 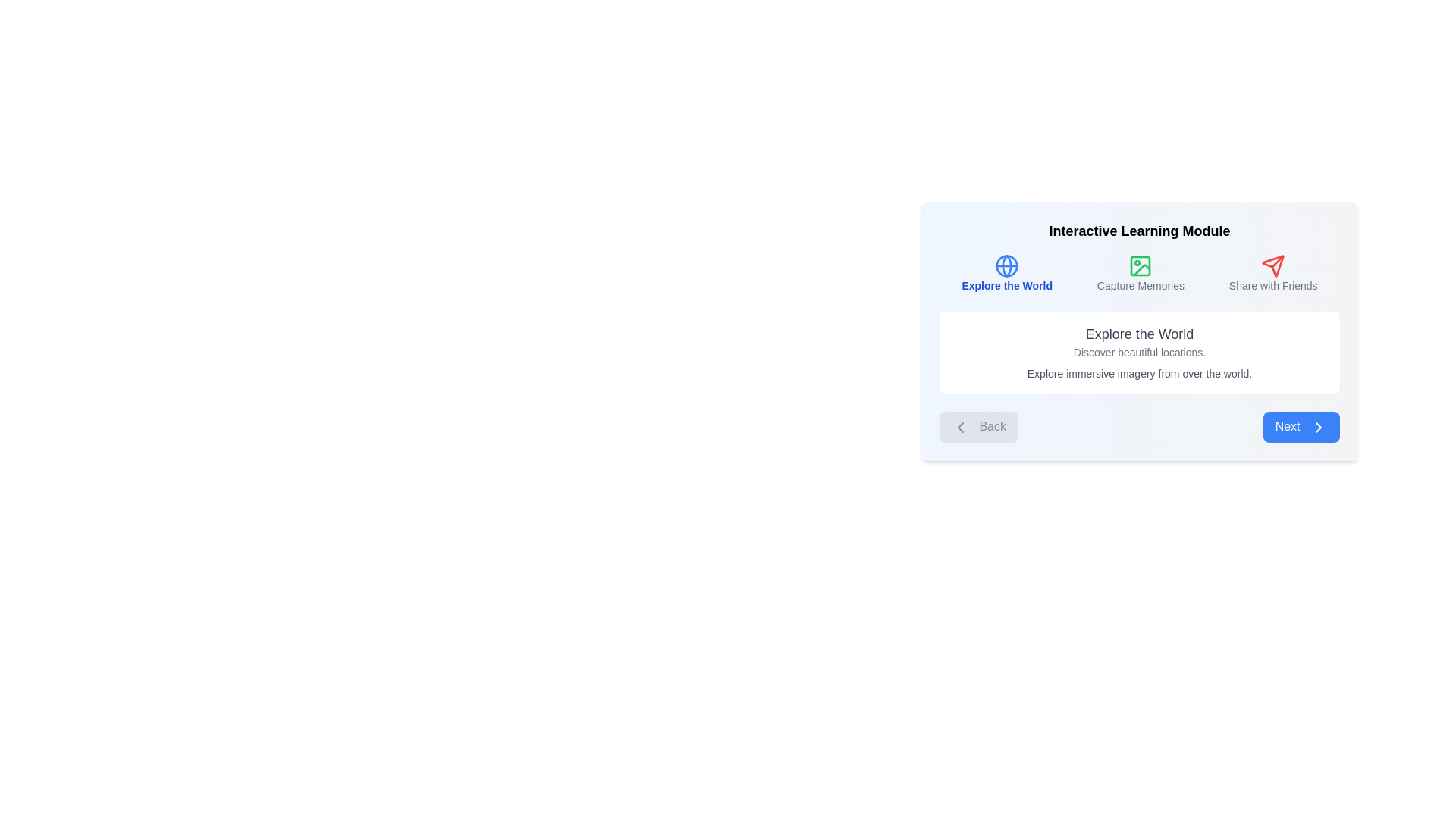 What do you see at coordinates (1007, 265) in the screenshot?
I see `the circular globe-shaped icon, which is styled in blue and represents a global theme, located in the navigation panel to the left of the text 'Explore the World'` at bounding box center [1007, 265].